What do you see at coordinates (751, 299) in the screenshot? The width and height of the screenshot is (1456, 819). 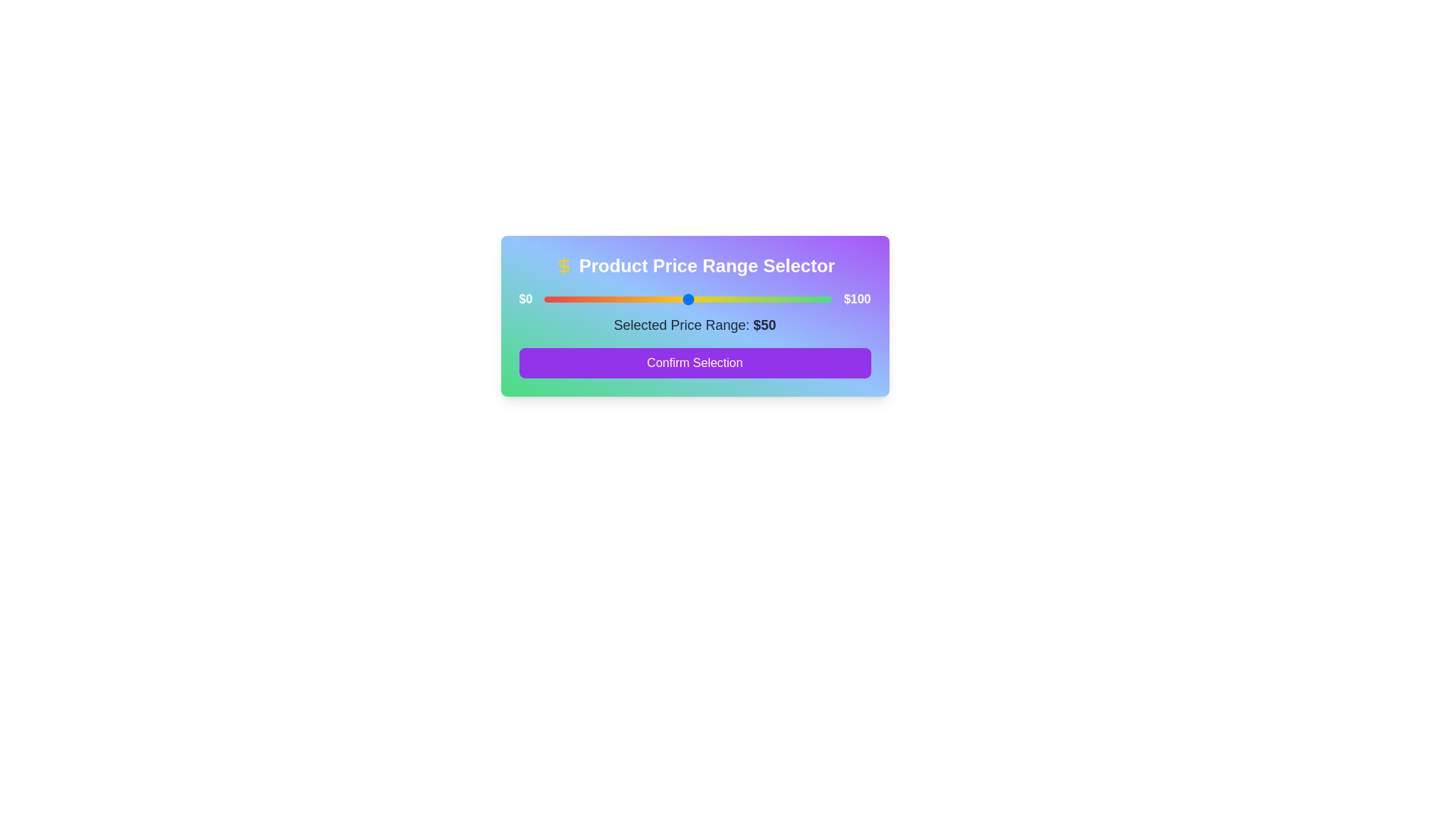 I see `the price range slider to set the value to 72` at bounding box center [751, 299].